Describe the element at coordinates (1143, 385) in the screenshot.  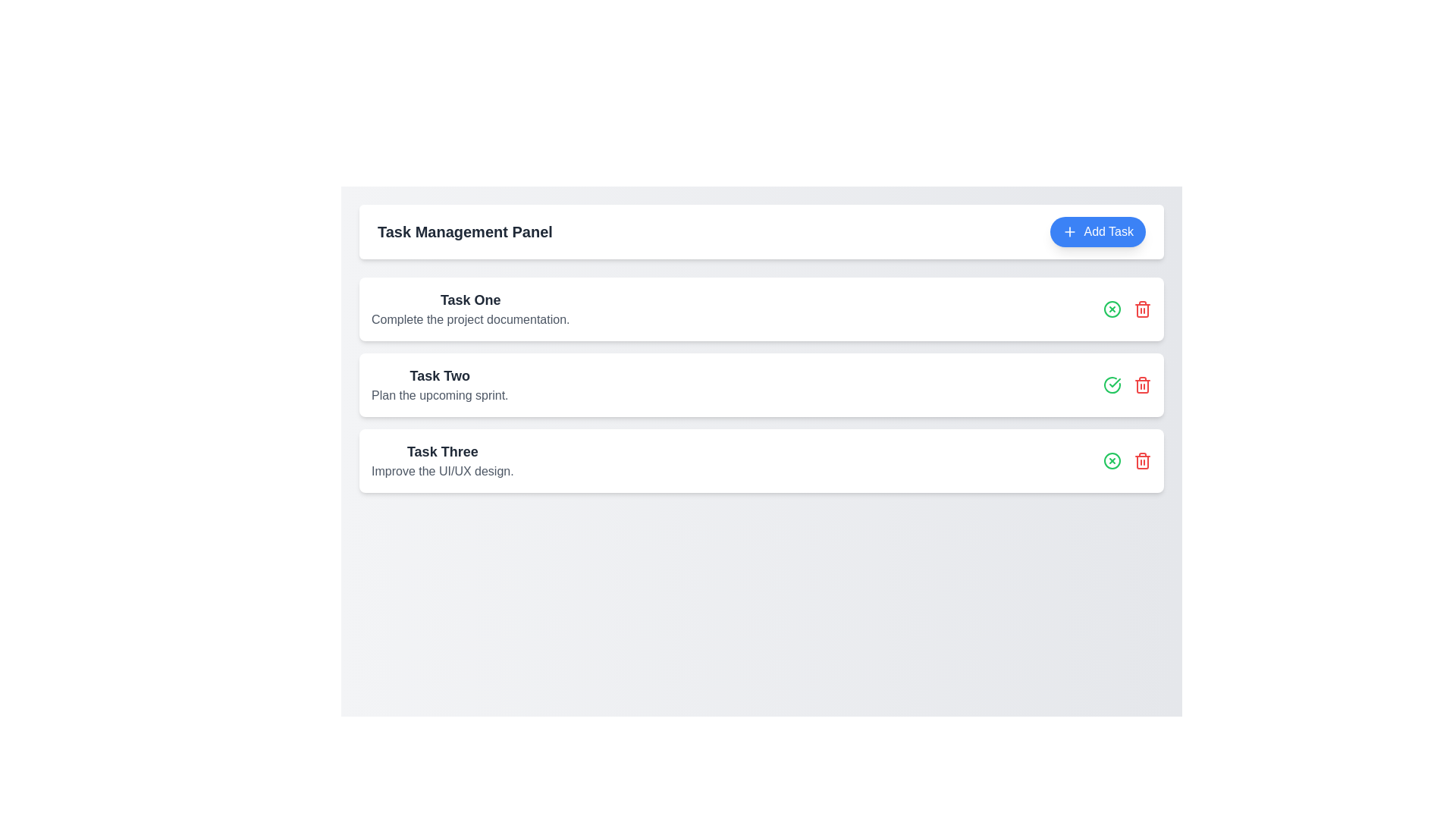
I see `the trash icon button located at the far right of the third row in the task list` at that location.